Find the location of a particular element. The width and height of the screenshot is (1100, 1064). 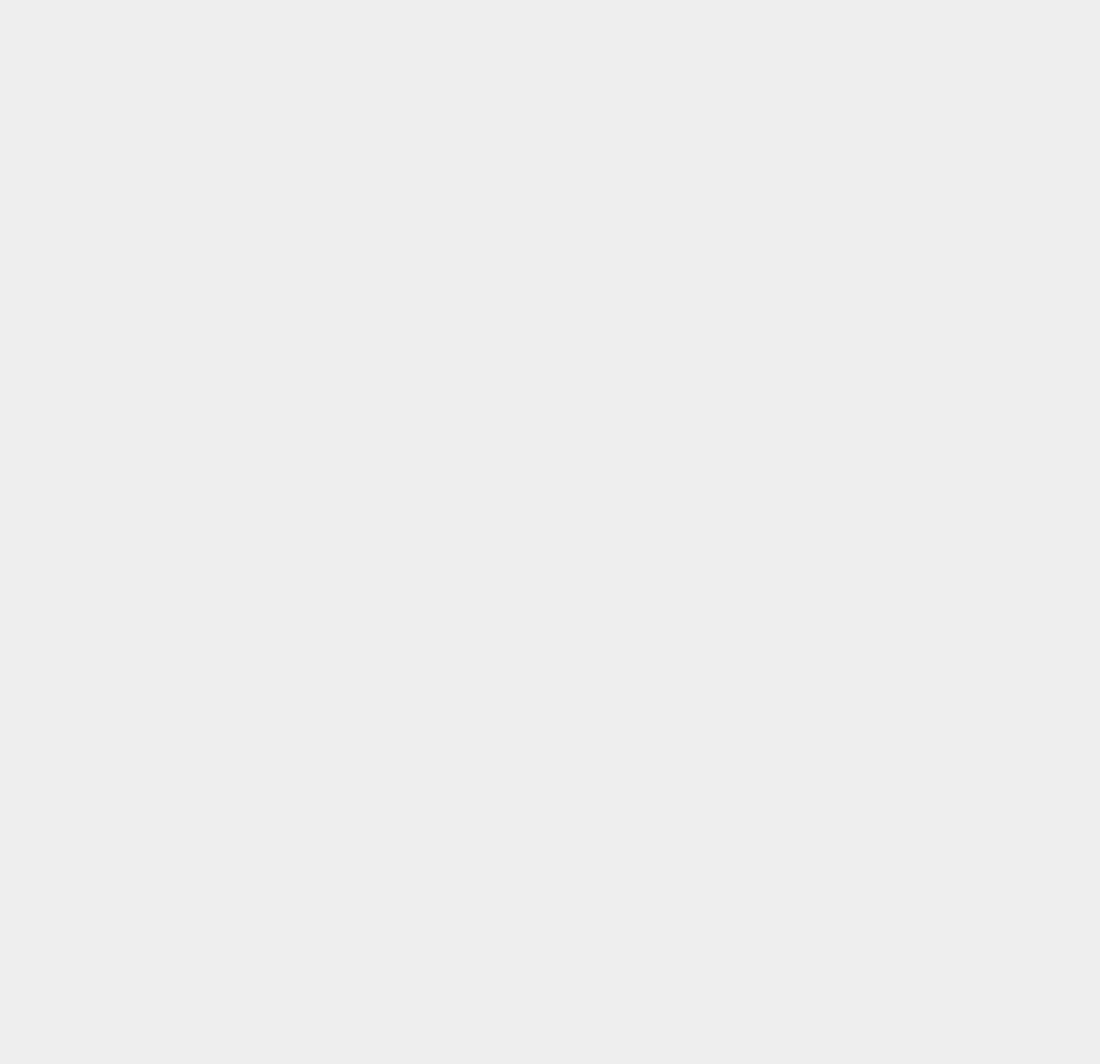

'eCommerce' is located at coordinates (814, 766).